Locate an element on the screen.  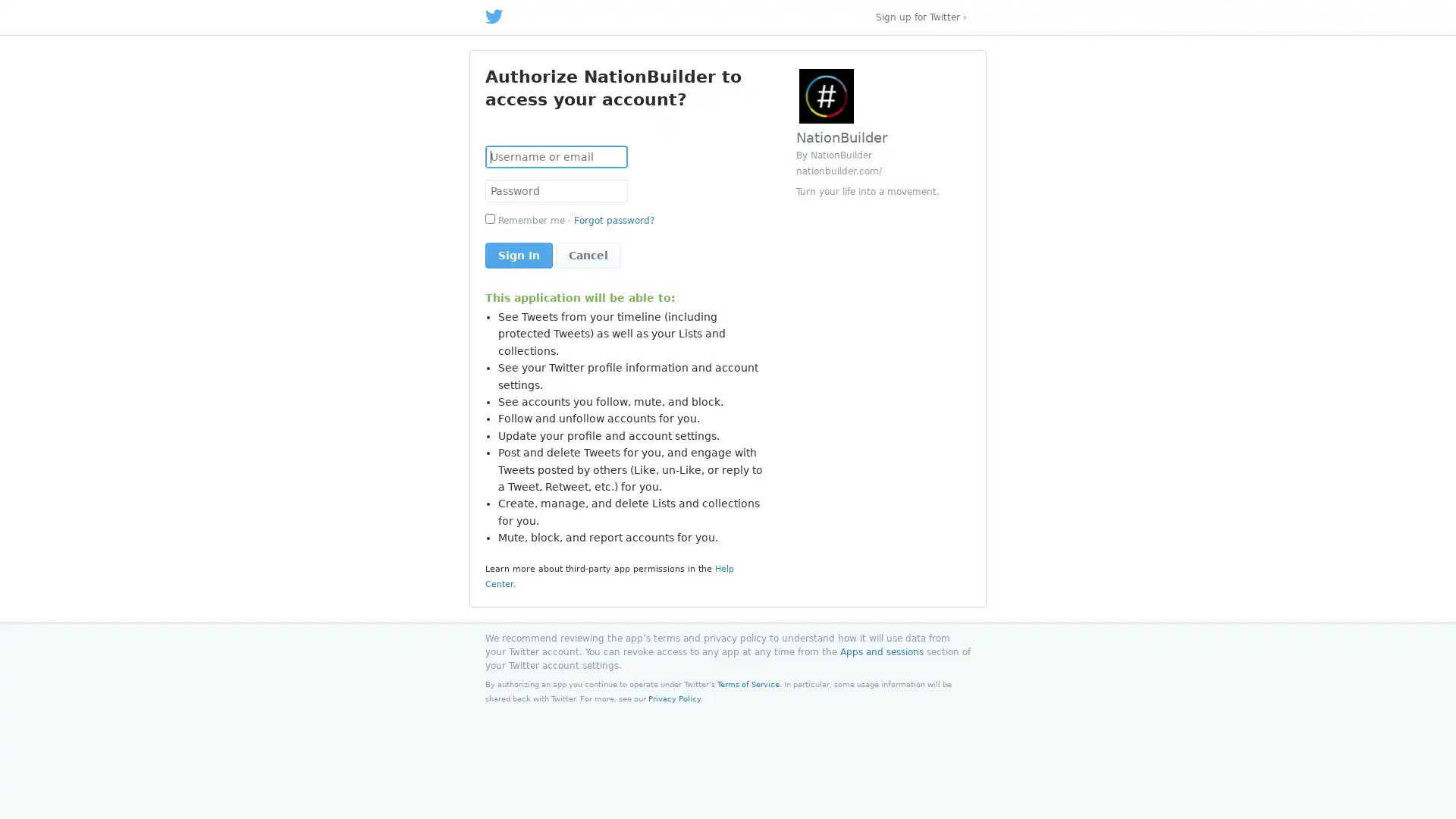
Cancel is located at coordinates (588, 254).